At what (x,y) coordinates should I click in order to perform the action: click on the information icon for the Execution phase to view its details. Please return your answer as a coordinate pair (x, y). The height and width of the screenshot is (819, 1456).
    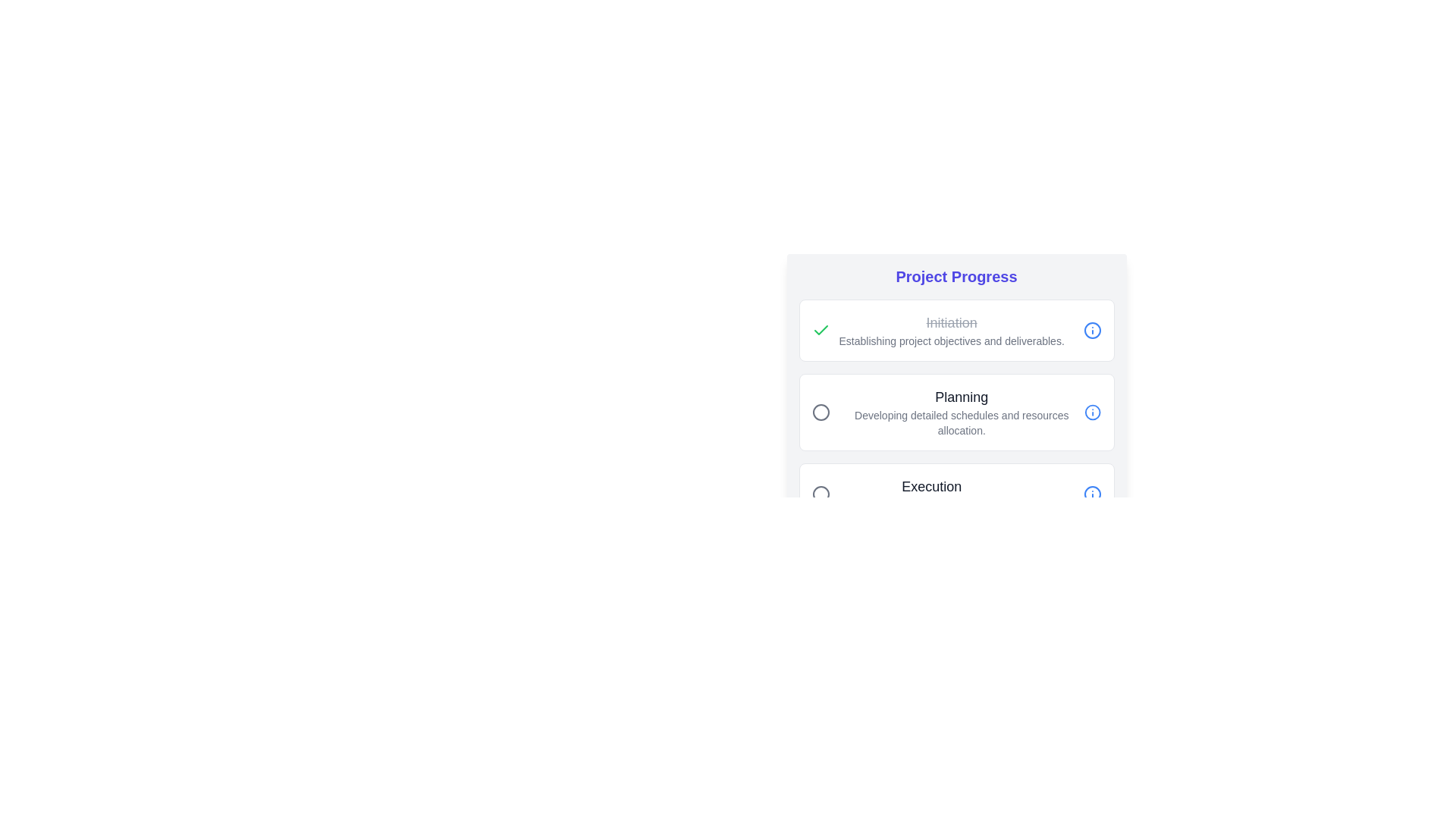
    Looking at the image, I should click on (1092, 494).